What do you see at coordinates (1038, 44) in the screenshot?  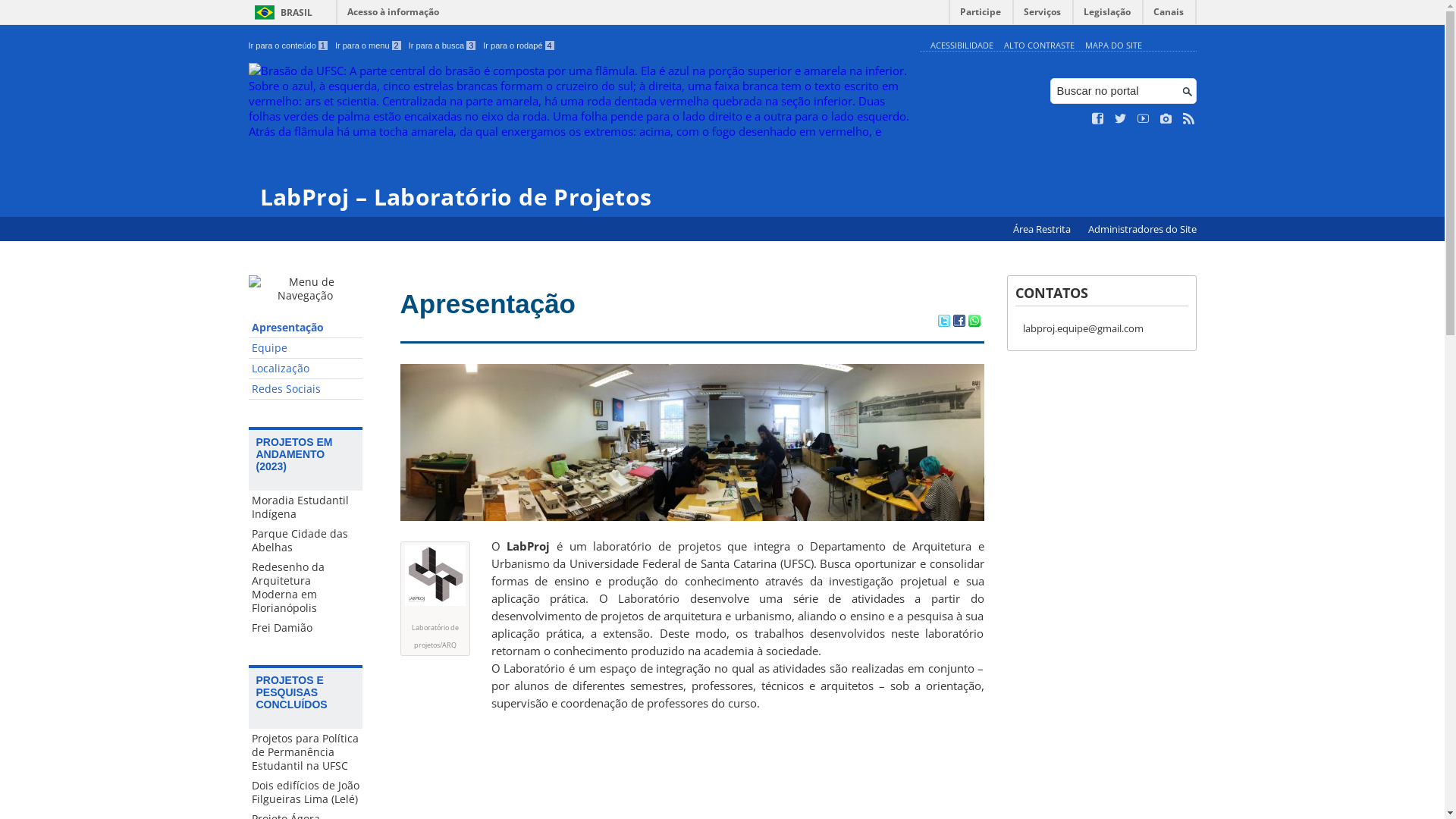 I see `'ALTO CONTRASTE'` at bounding box center [1038, 44].